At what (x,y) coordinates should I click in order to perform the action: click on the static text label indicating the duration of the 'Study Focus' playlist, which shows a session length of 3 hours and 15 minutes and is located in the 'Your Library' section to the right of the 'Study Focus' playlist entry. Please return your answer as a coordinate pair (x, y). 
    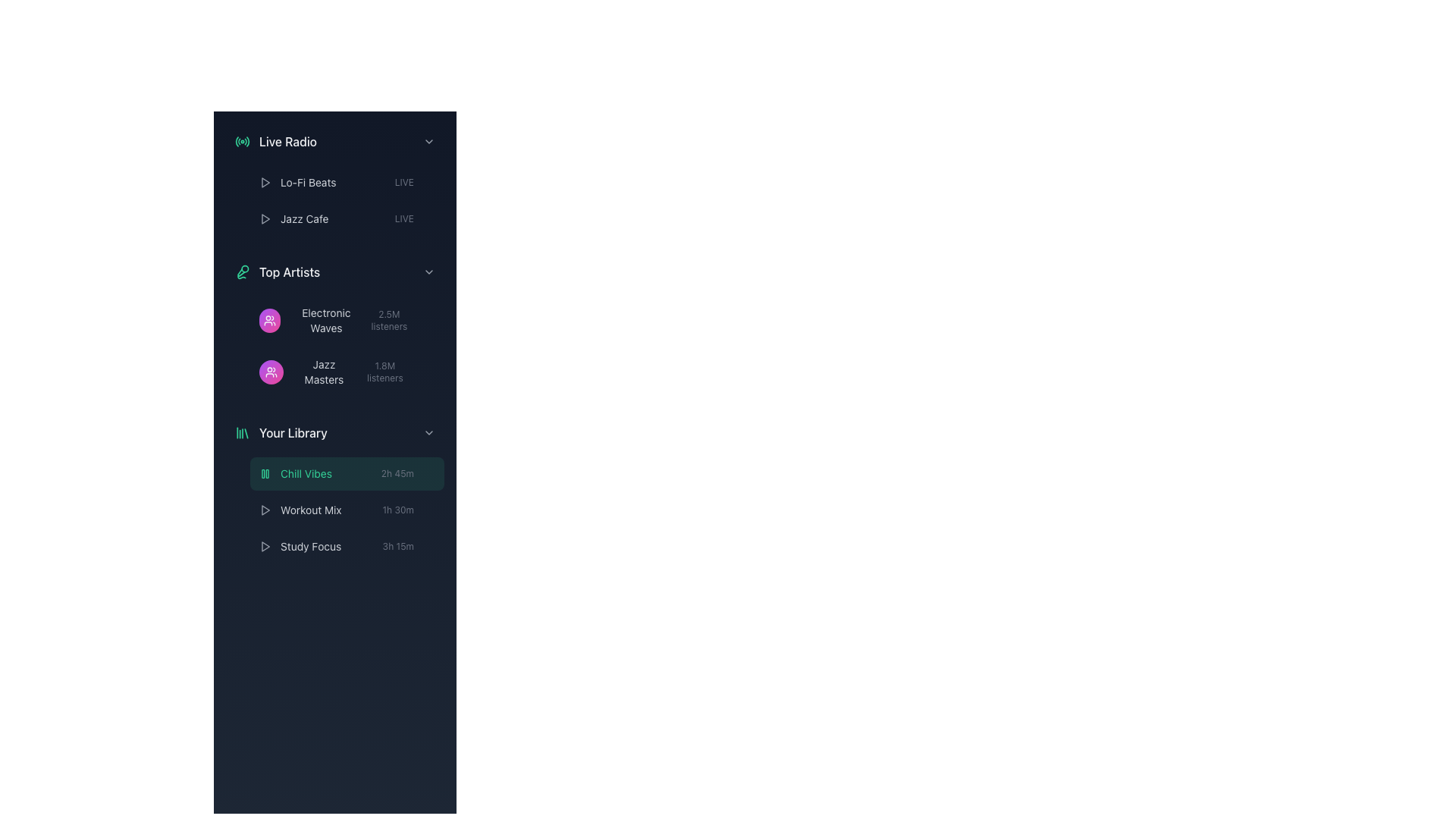
    Looking at the image, I should click on (398, 547).